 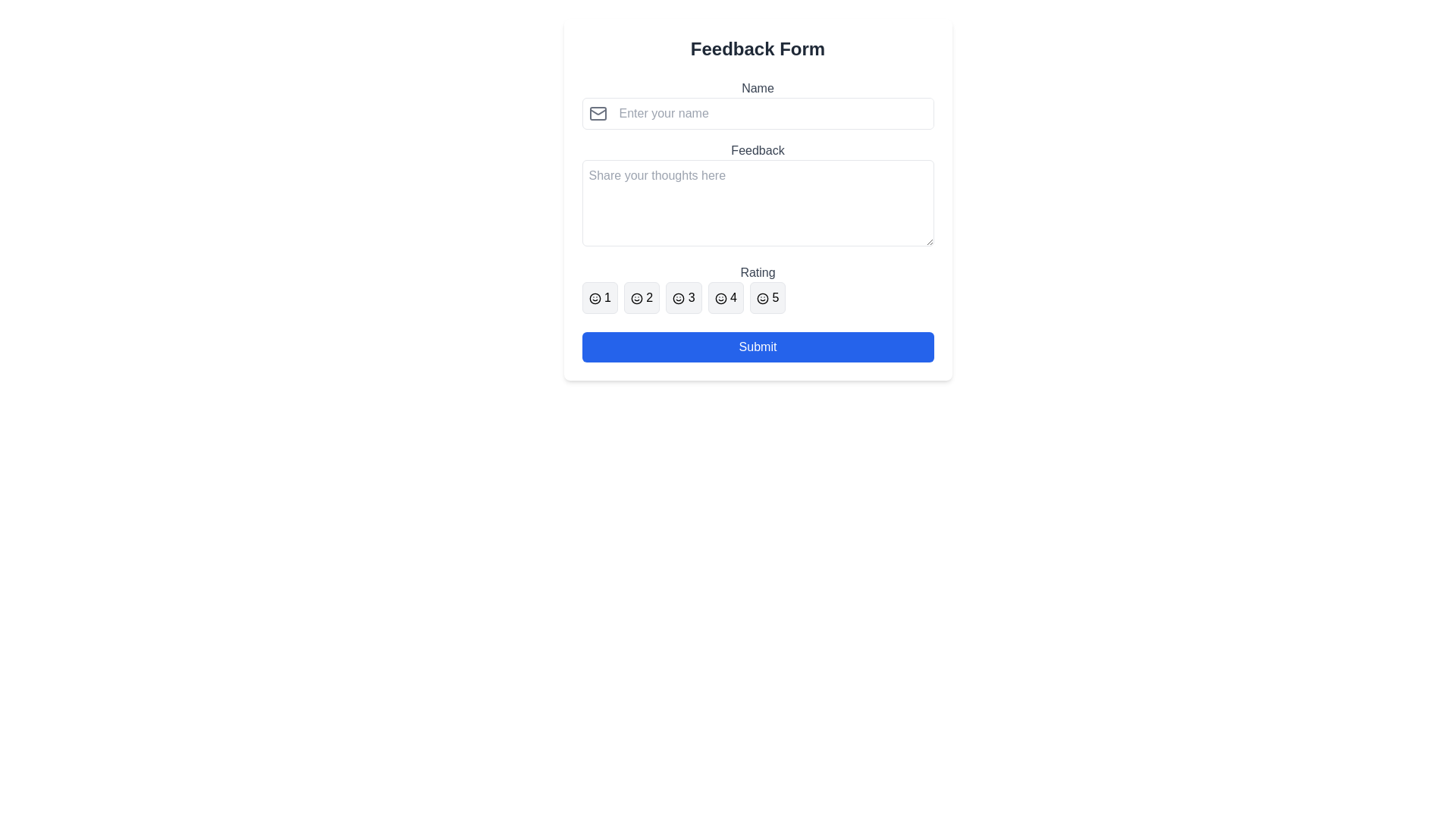 I want to click on the submission button located at the bottom of the feedback form under the 'Rating' section to change its color, so click(x=758, y=347).